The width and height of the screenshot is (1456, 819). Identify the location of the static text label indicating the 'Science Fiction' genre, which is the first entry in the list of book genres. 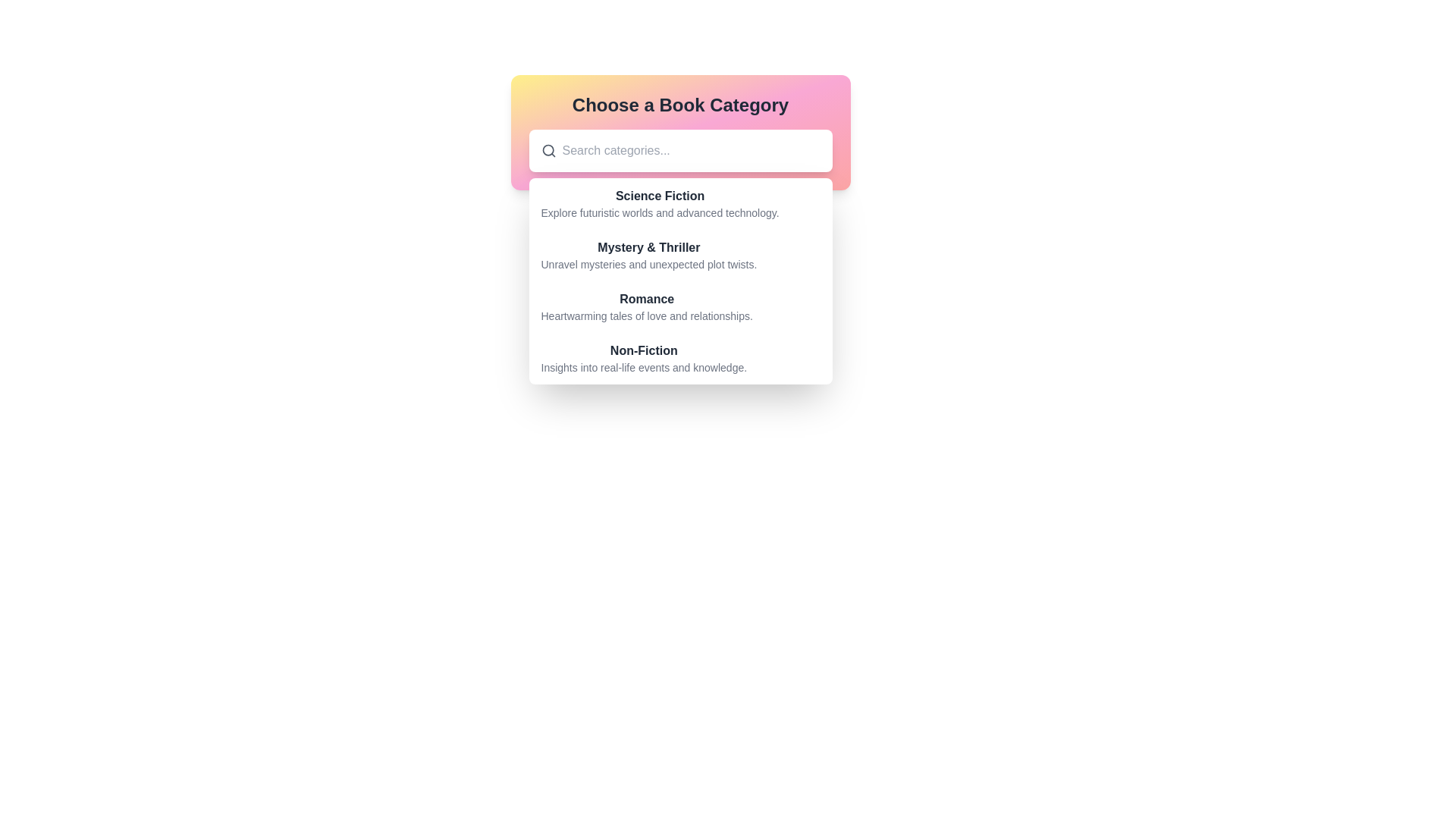
(660, 195).